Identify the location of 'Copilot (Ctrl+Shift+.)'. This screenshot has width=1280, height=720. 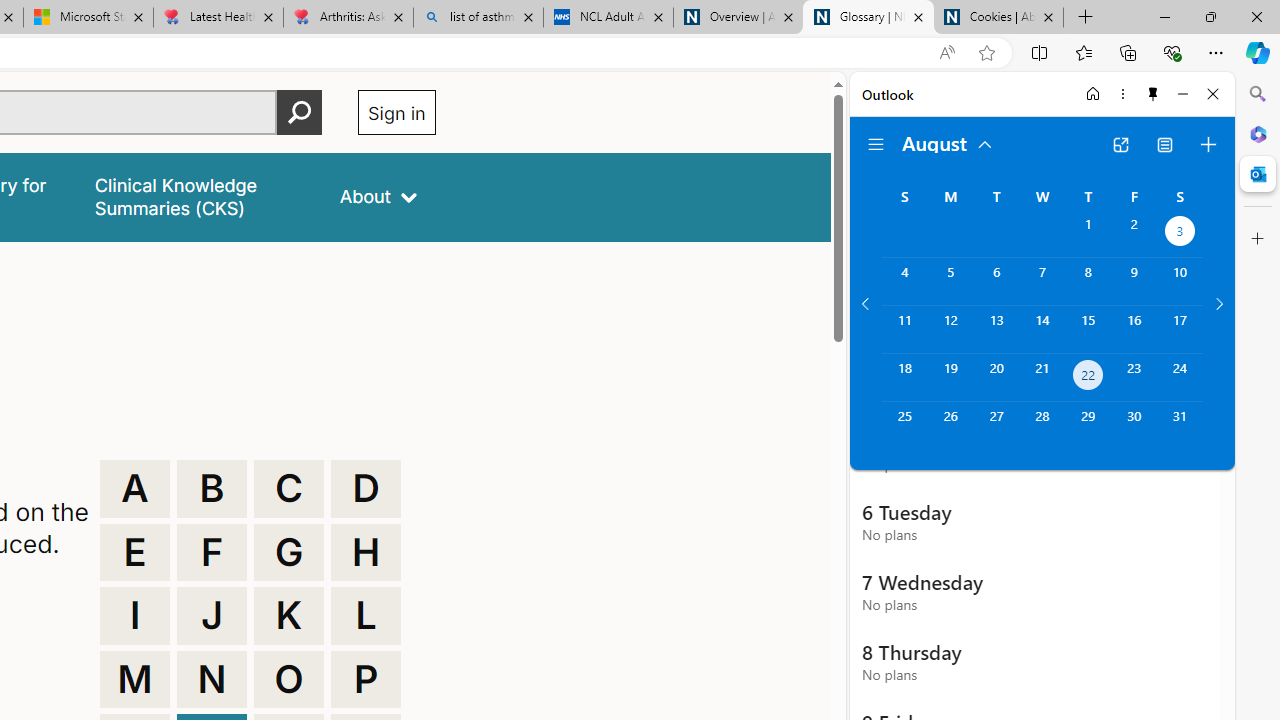
(1257, 51).